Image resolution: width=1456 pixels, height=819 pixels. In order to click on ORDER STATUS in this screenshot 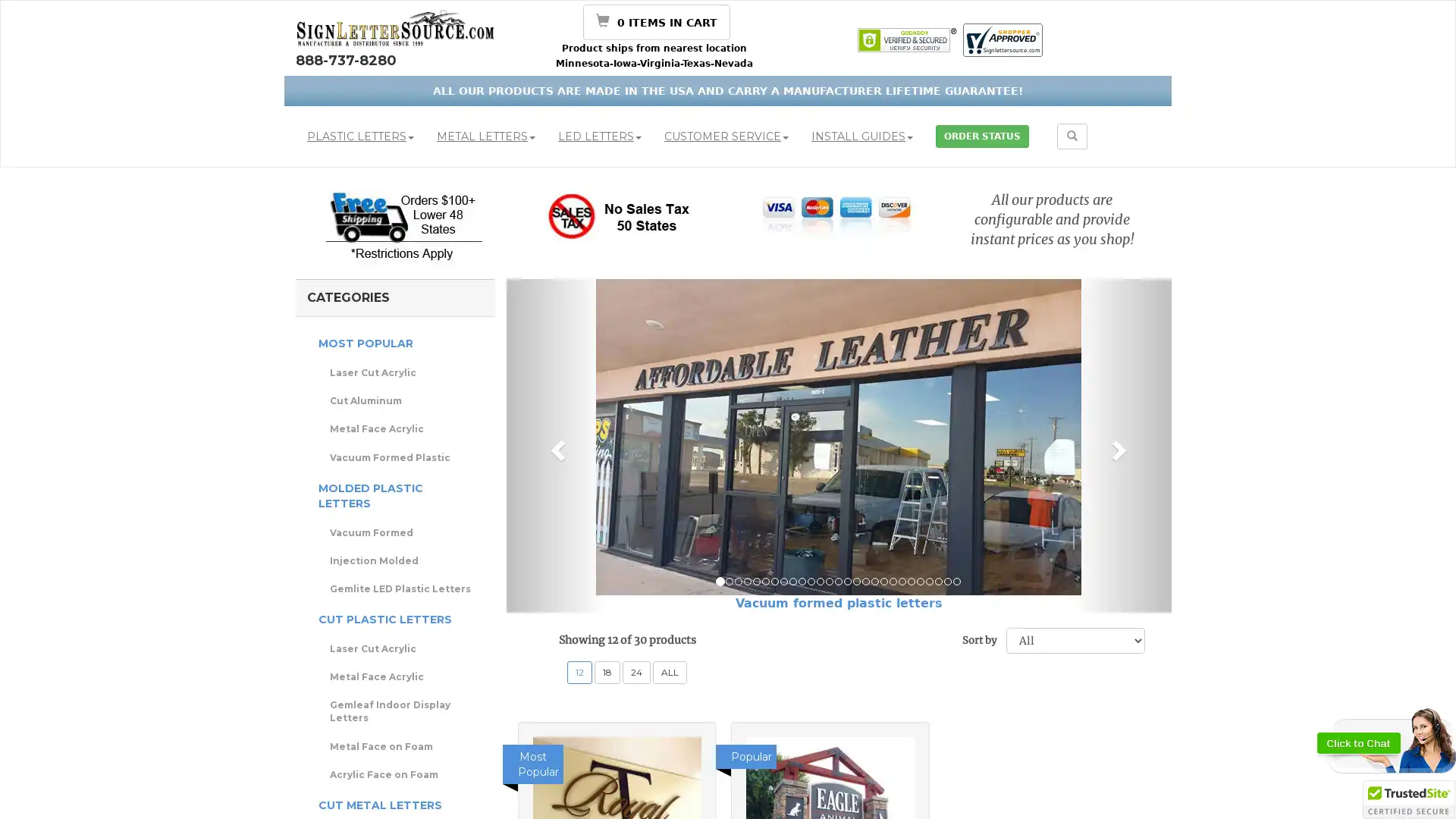, I will do `click(982, 136)`.